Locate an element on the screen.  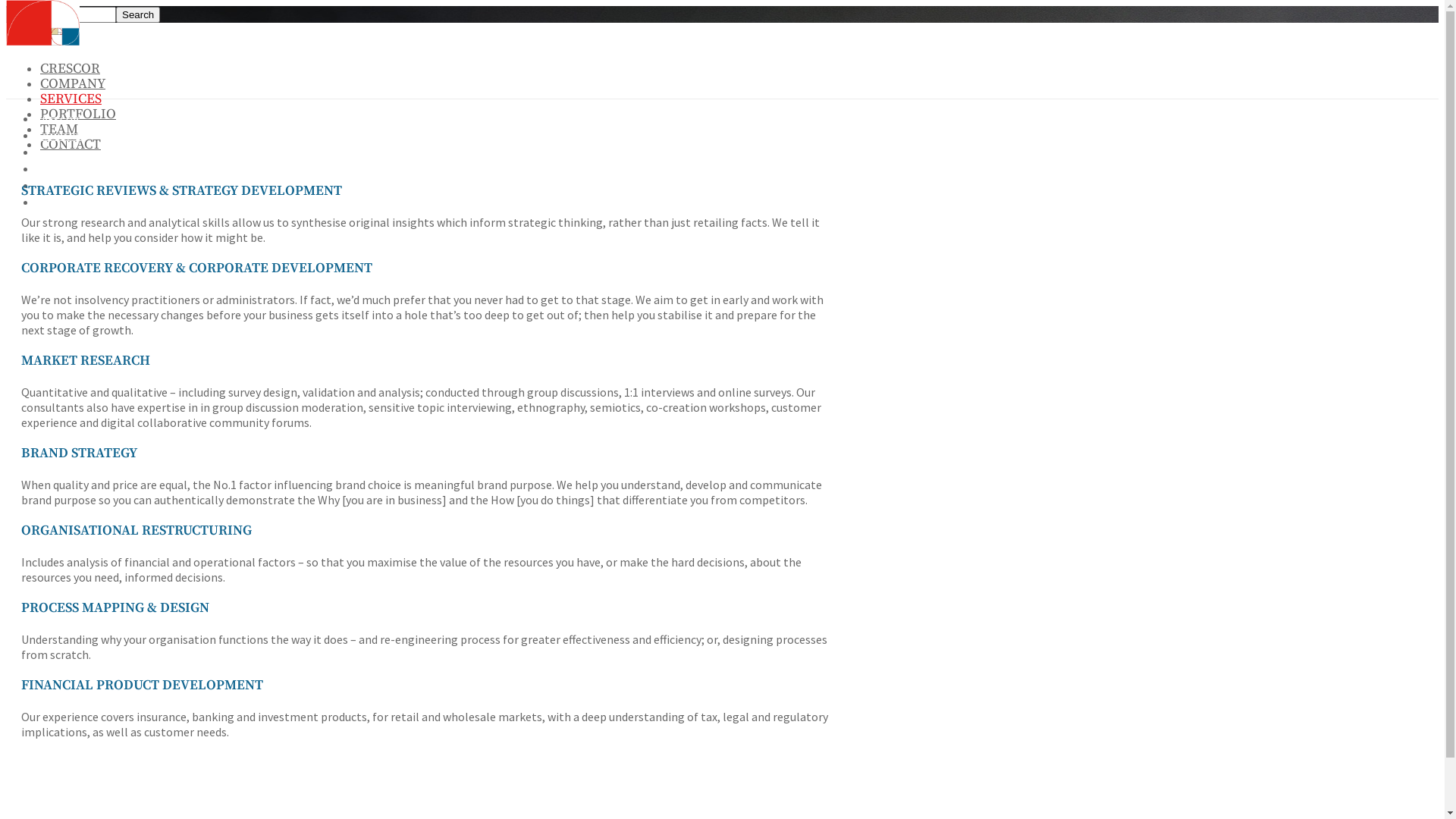
'TEAM' is located at coordinates (49, 185).